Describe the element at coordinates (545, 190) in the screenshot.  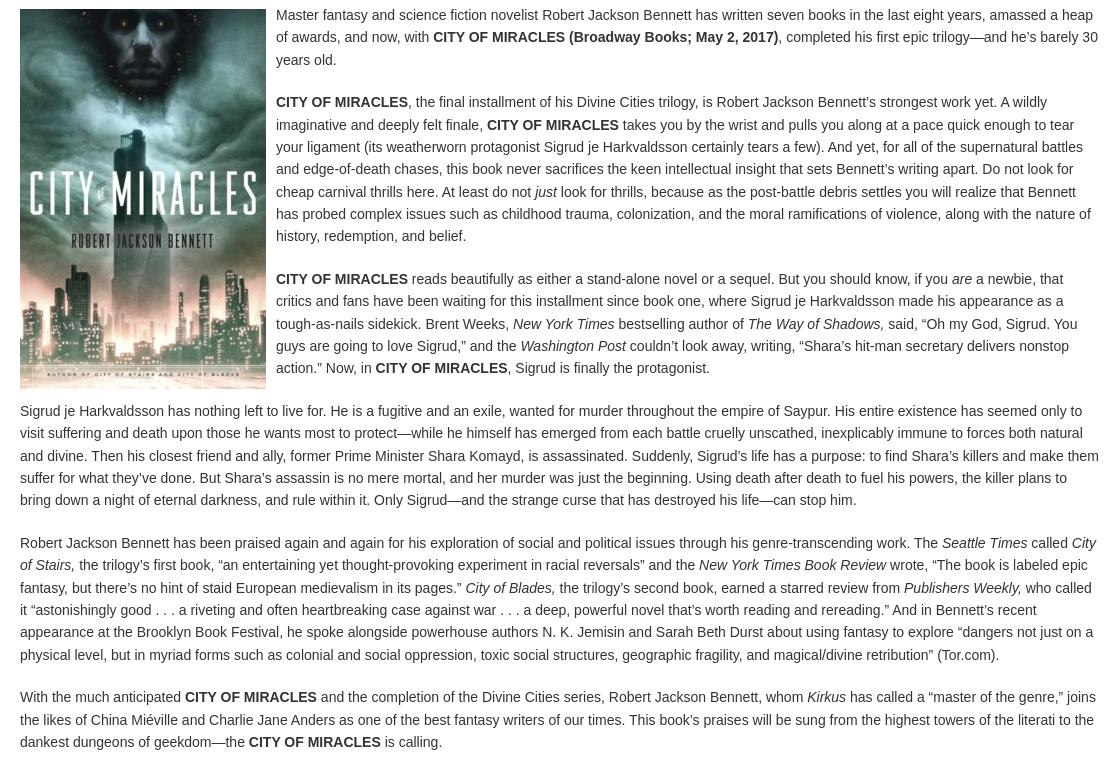
I see `'just'` at that location.